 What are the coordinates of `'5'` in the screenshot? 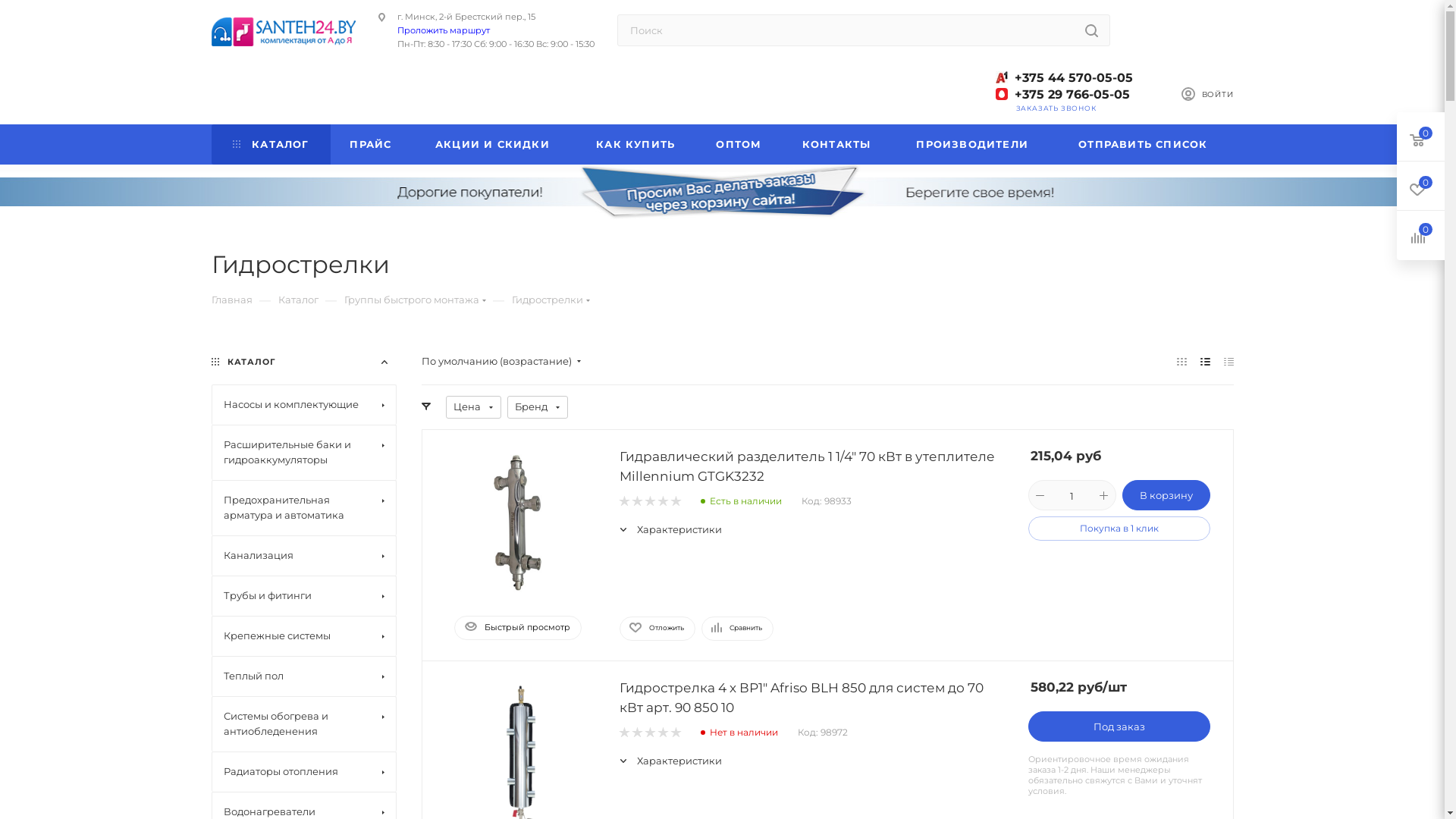 It's located at (674, 501).